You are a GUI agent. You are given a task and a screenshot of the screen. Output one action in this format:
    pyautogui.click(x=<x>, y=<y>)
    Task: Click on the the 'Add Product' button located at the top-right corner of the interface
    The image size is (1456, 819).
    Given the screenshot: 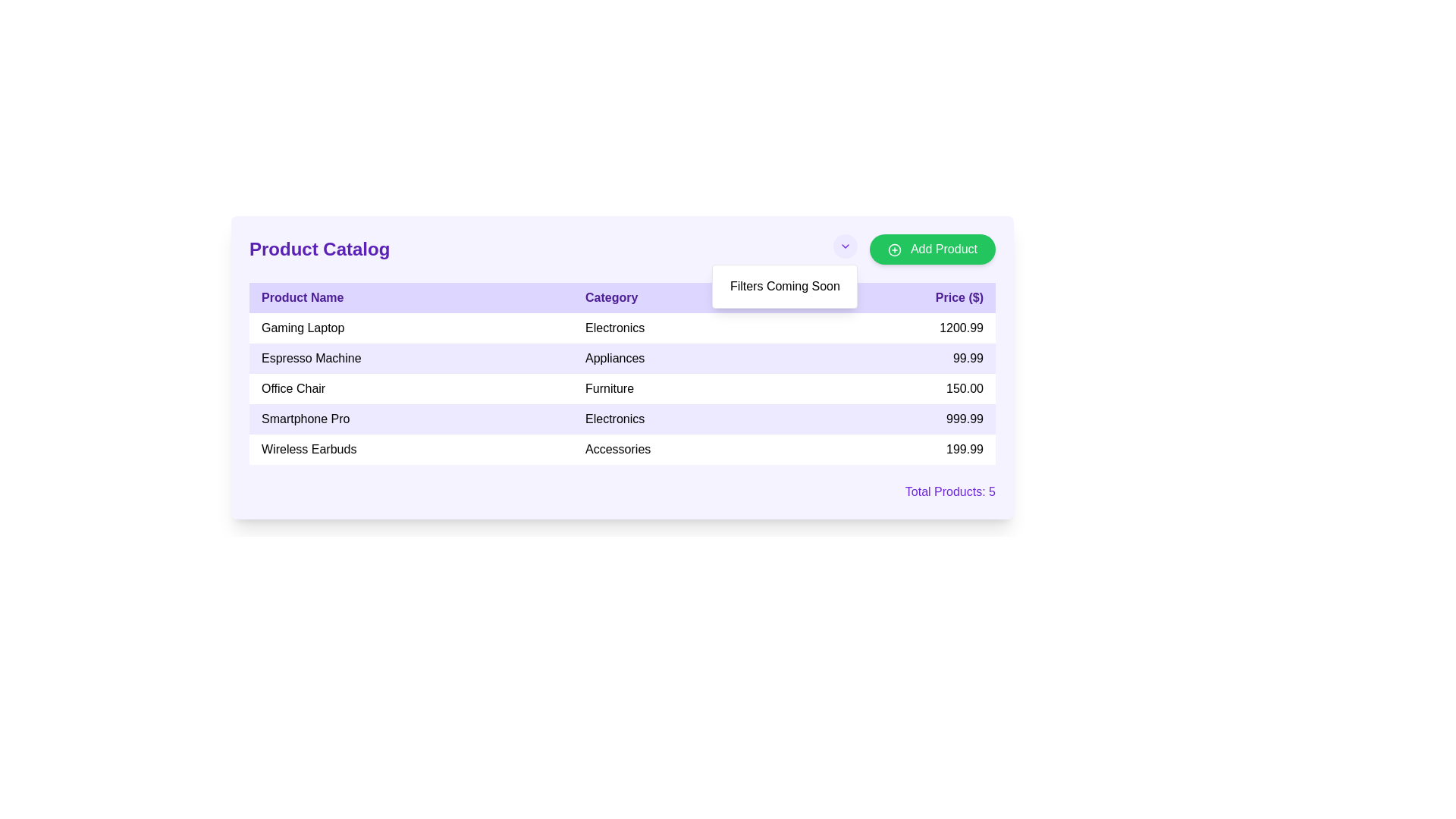 What is the action you would take?
    pyautogui.click(x=931, y=248)
    